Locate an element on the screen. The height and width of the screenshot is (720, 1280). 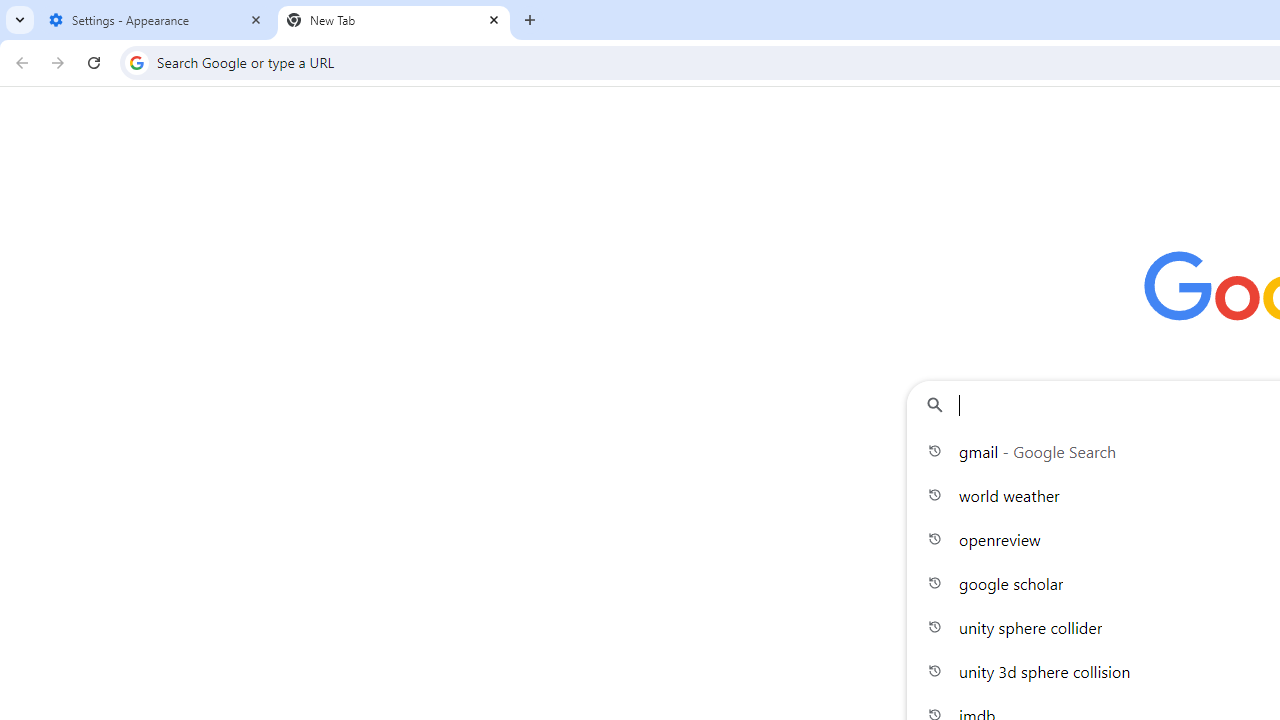
'Settings - Appearance' is located at coordinates (155, 20).